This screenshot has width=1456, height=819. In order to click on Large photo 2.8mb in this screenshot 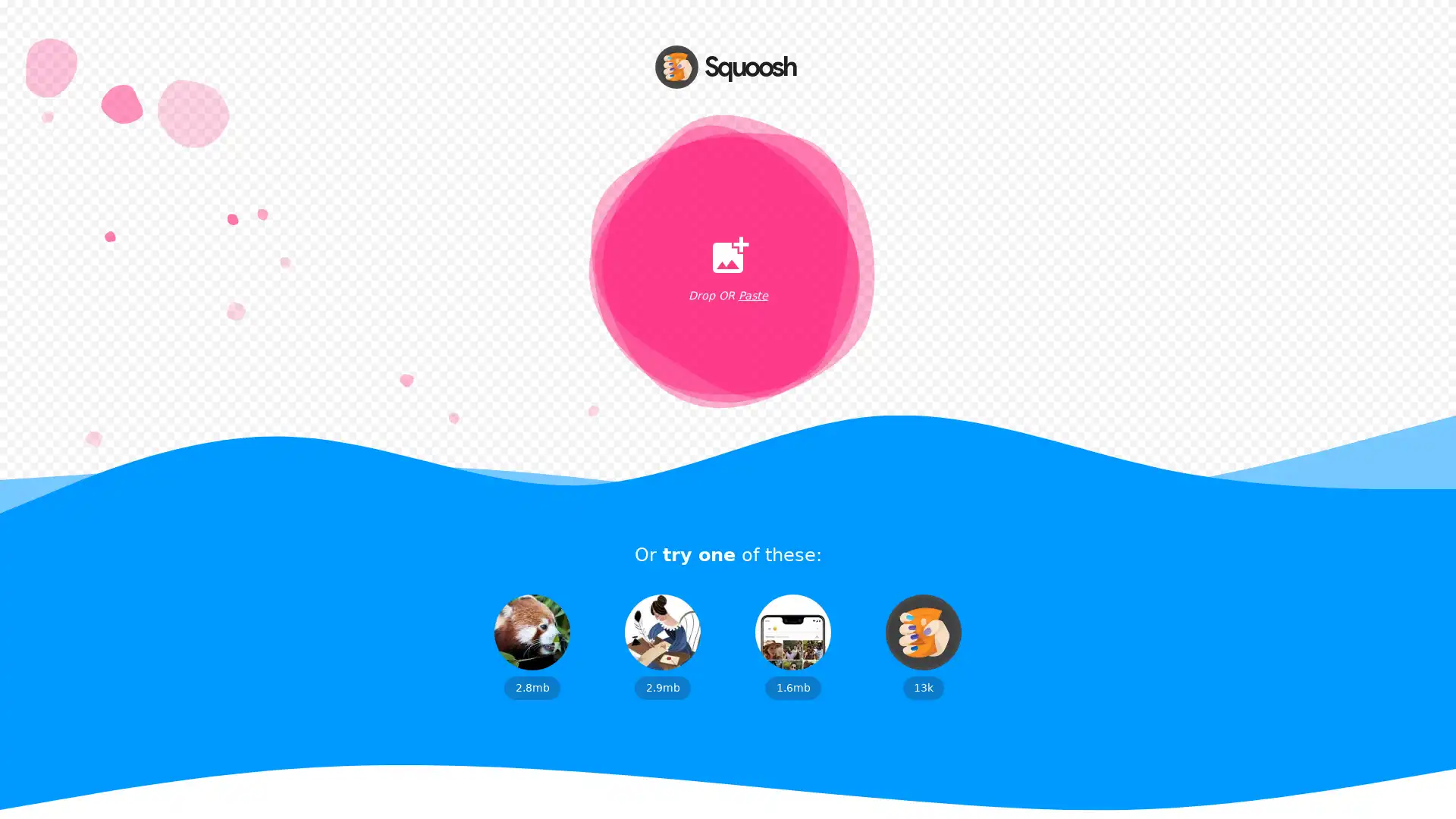, I will do `click(532, 646)`.